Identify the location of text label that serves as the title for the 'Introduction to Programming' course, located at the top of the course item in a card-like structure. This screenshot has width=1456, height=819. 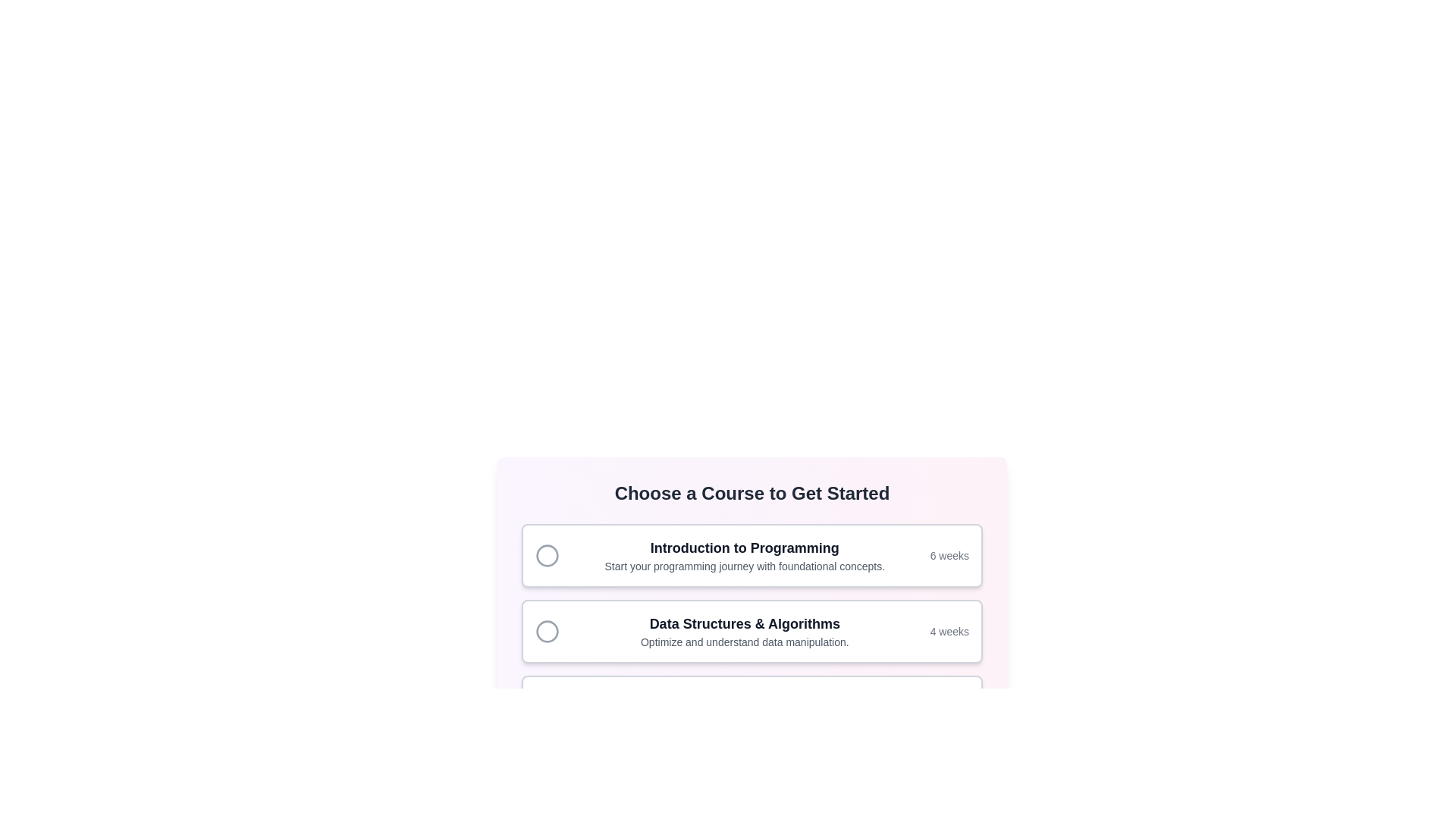
(745, 548).